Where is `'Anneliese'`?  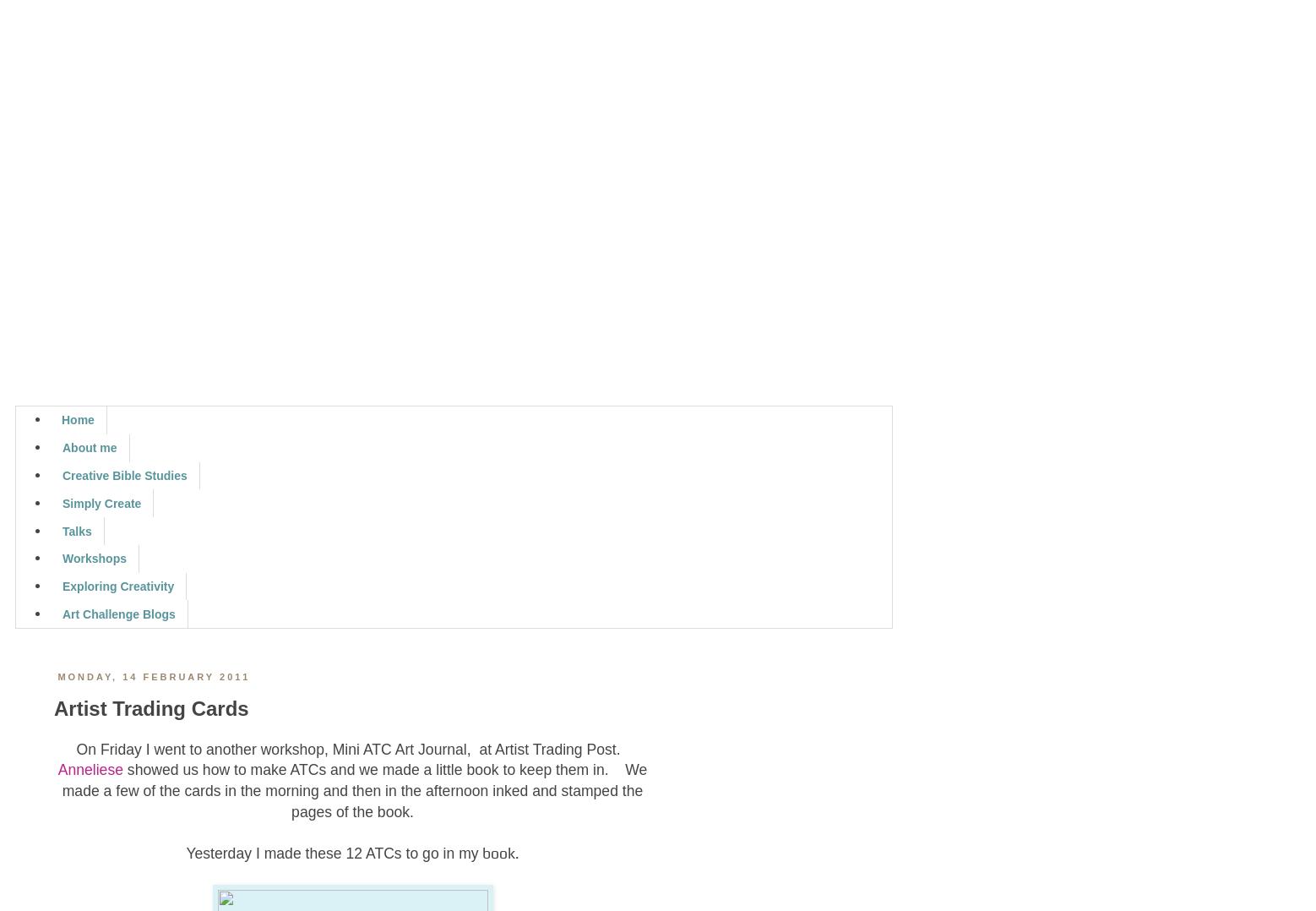
'Anneliese' is located at coordinates (89, 770).